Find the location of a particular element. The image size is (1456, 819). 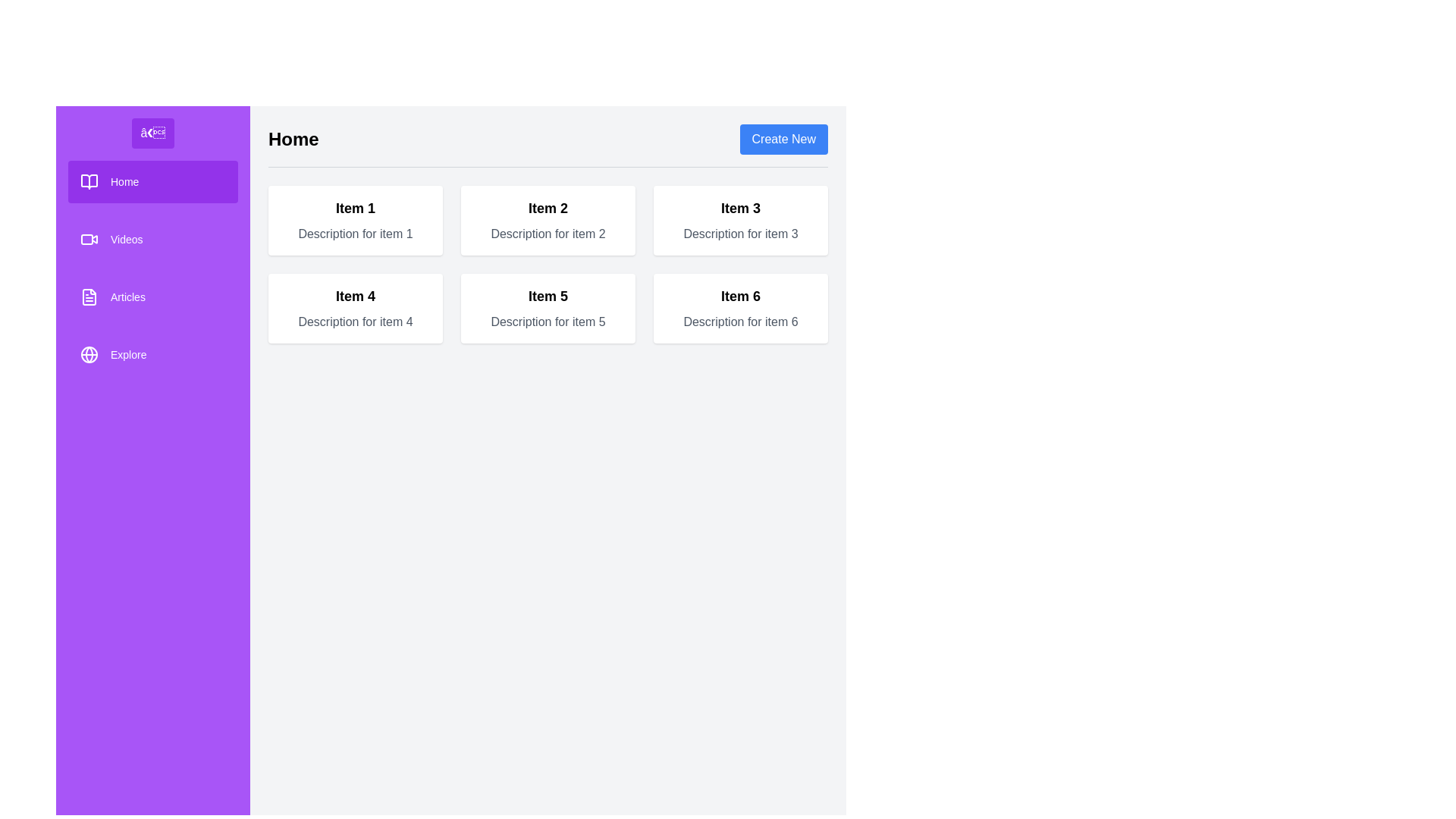

the 'Articles' navigation menu item, which is the third item in the vertical menu on the left sidebar is located at coordinates (152, 297).